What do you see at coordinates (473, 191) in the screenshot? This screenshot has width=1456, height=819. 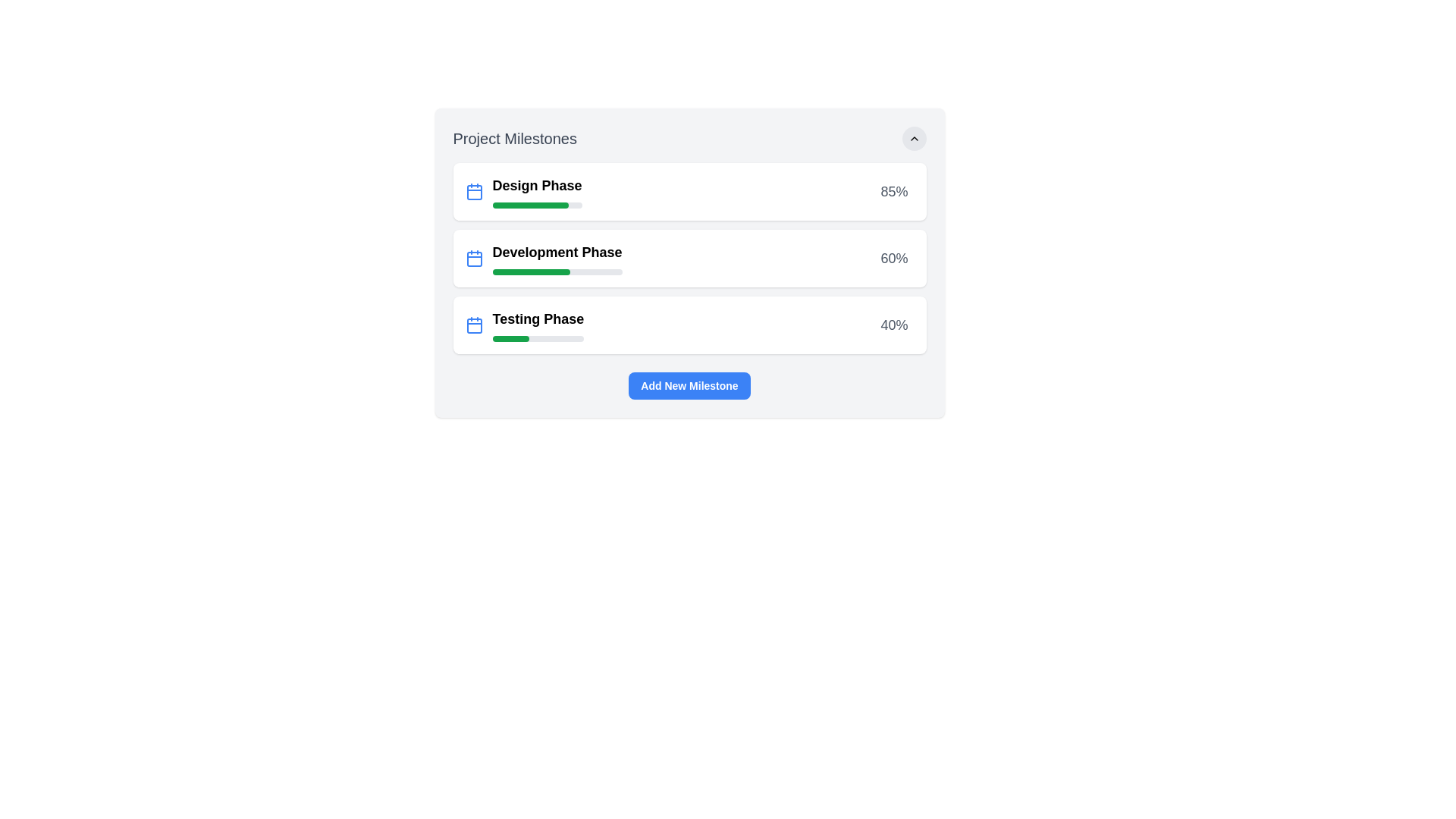 I see `the calendar SVG icon located to the left of the 'Design Phase' text in the topmost milestone card` at bounding box center [473, 191].